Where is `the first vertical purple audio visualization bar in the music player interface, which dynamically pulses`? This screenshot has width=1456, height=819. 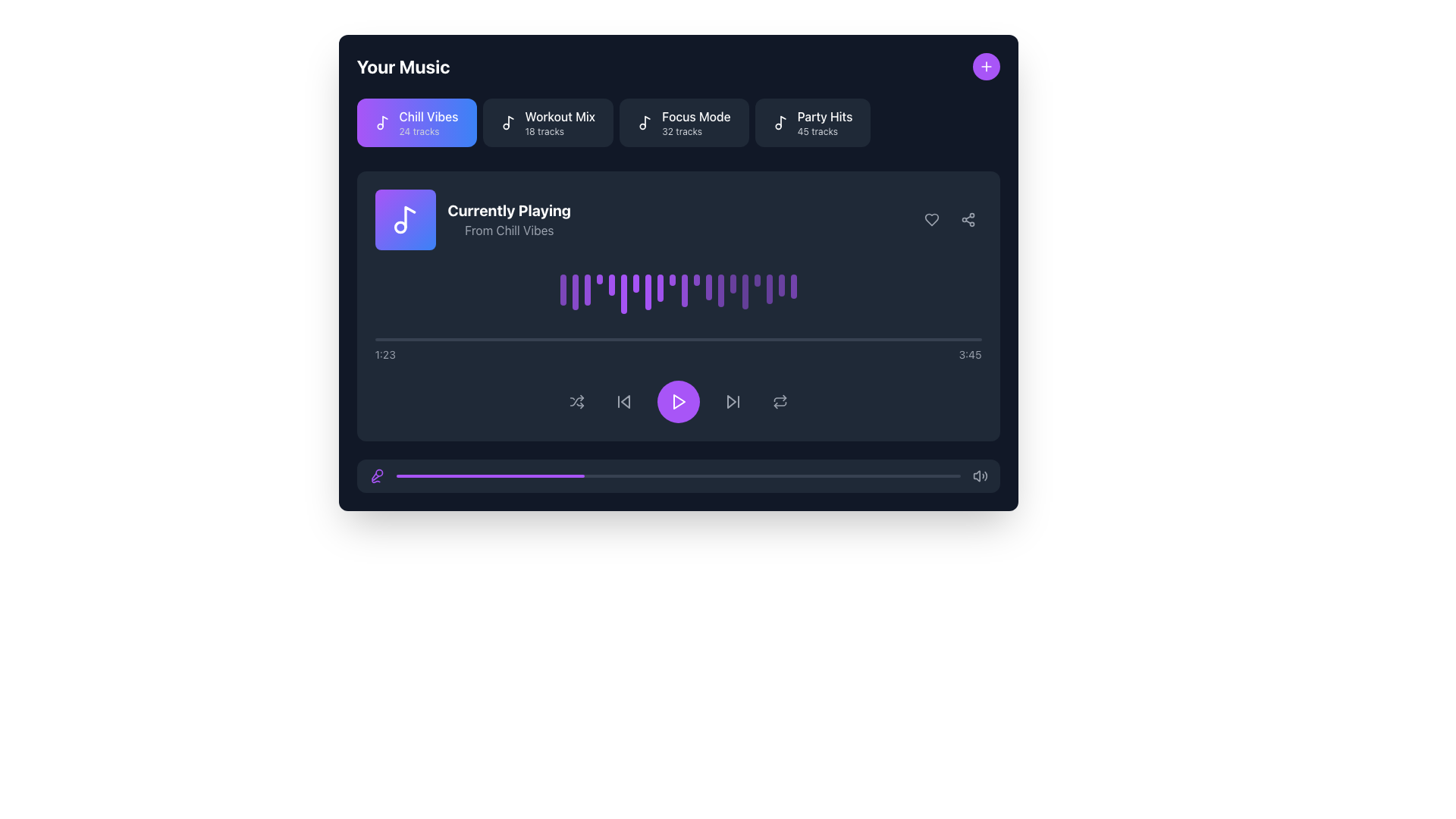
the first vertical purple audio visualization bar in the music player interface, which dynamically pulses is located at coordinates (562, 290).